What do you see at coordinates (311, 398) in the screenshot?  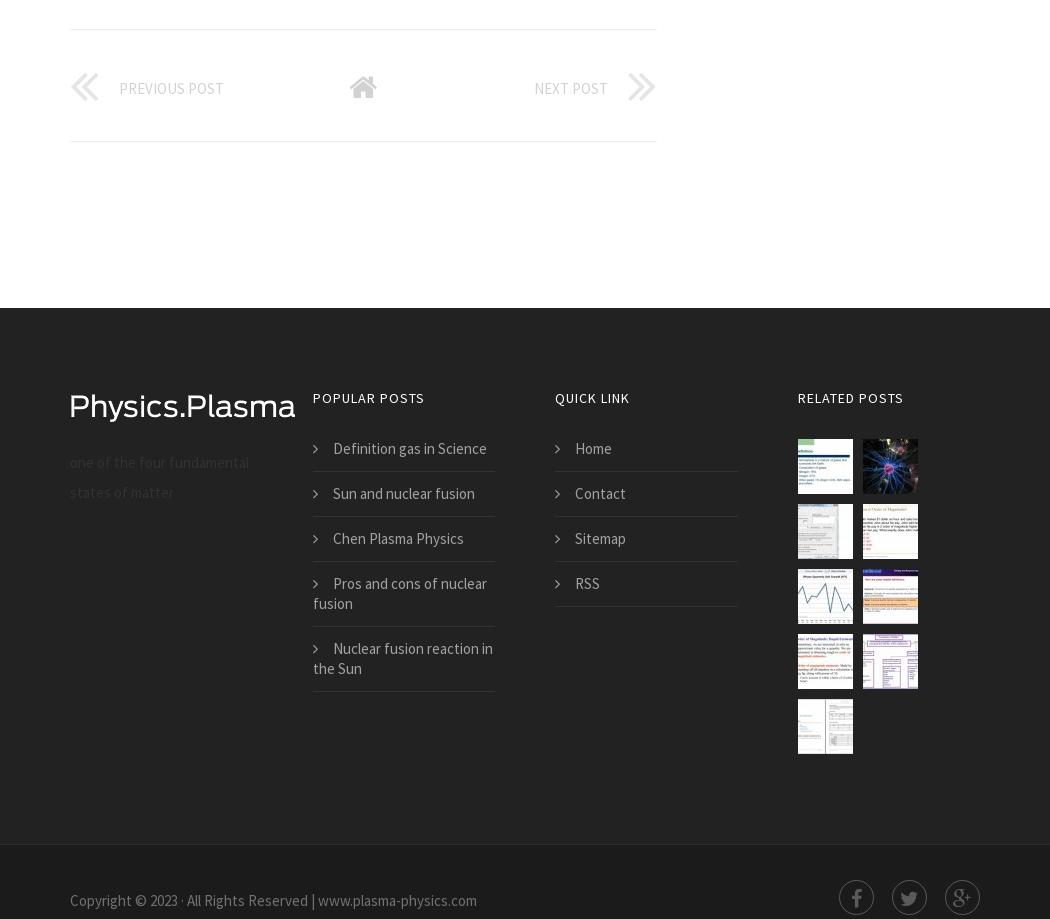 I see `'popular posts'` at bounding box center [311, 398].